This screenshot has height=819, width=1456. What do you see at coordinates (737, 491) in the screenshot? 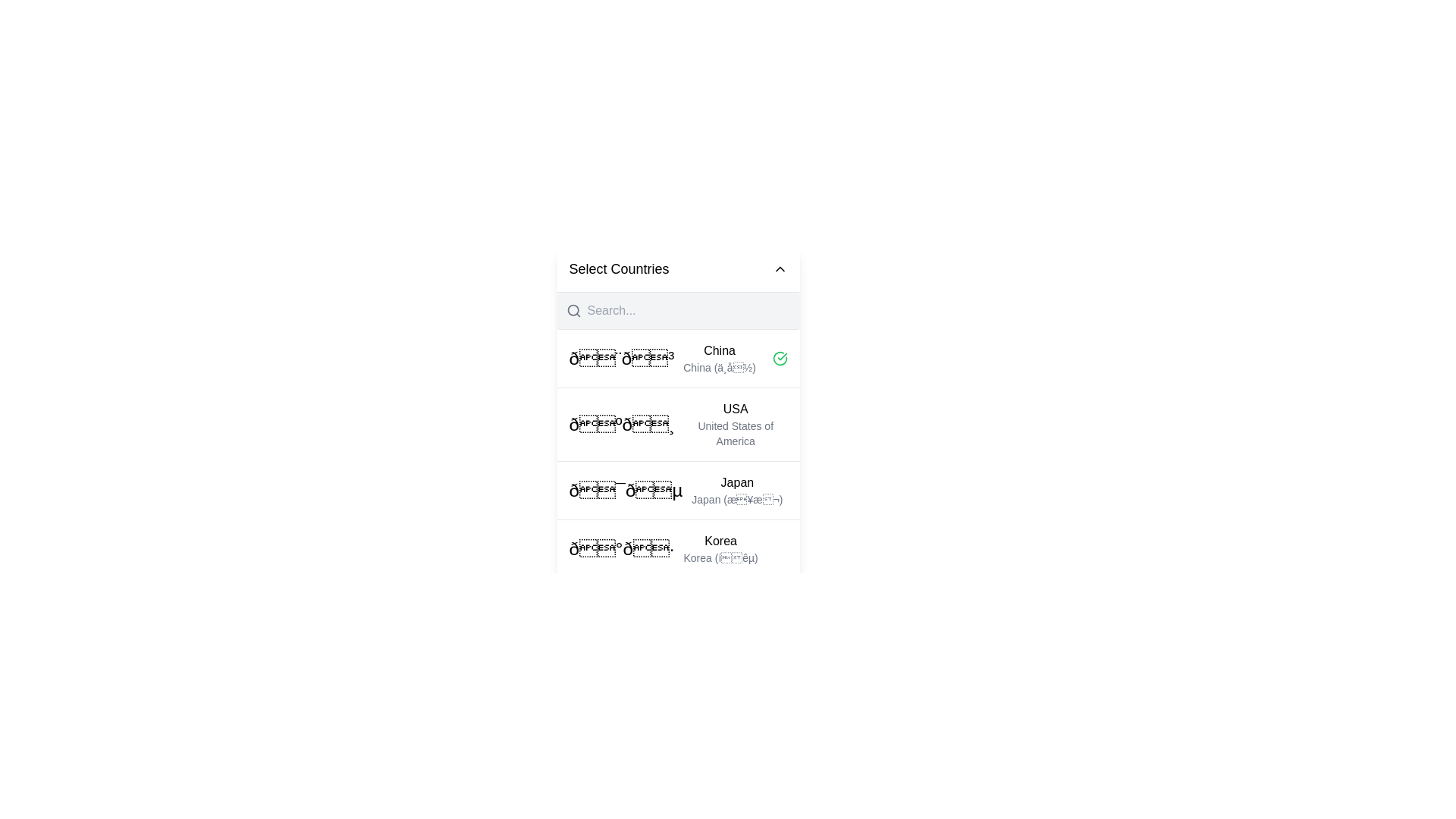
I see `the static text component displaying the country name 'Japan', which is located in the third row of a vertical list of countries, positioned below 'USA' and above 'Korea'` at bounding box center [737, 491].